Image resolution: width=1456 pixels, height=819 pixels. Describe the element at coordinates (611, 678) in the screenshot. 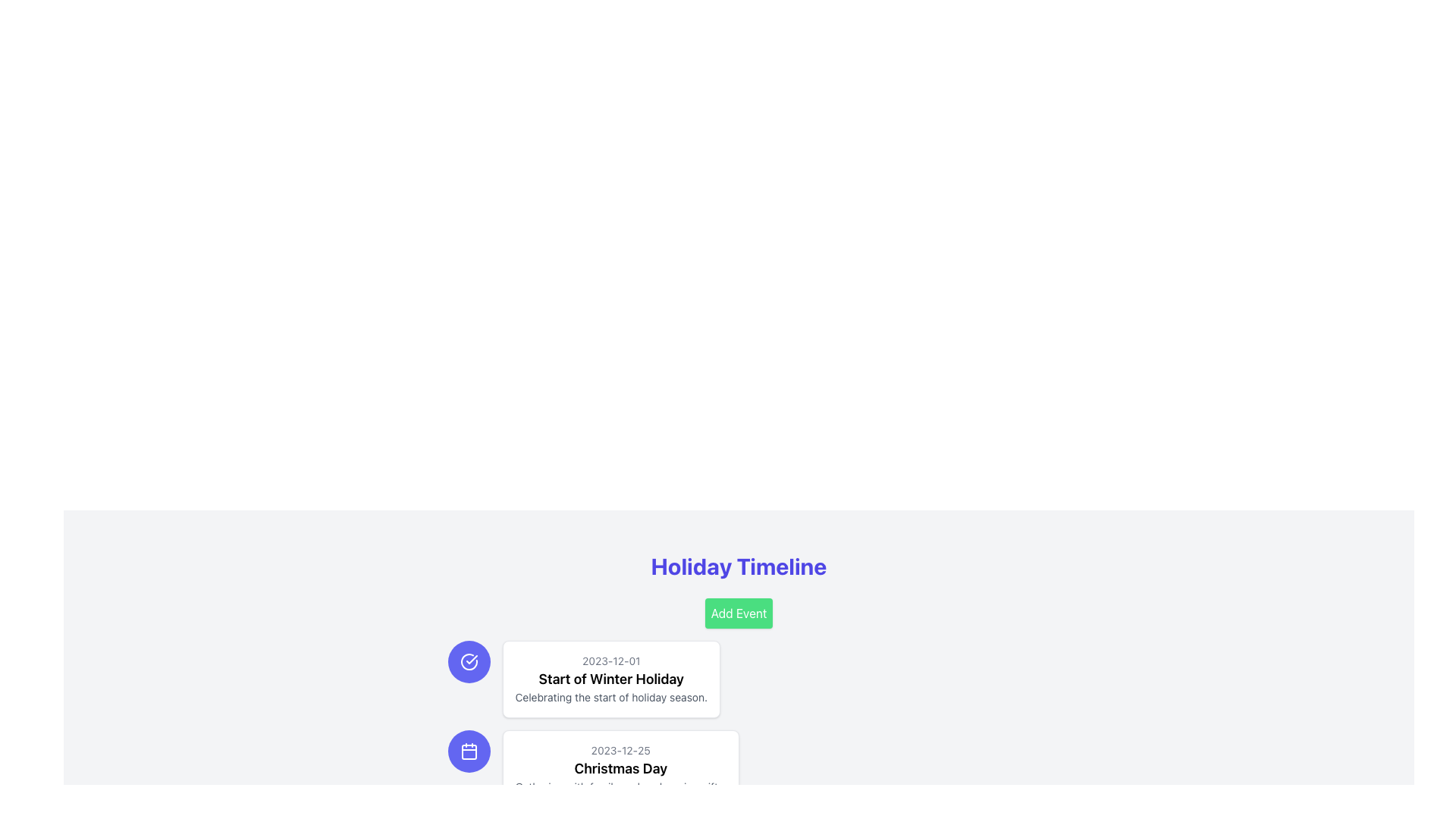

I see `the static text element that serves as a title for the winter holiday event, located beneath the date '2023-12-01' and above the description text 'Celebrating the start of holiday season.'` at that location.